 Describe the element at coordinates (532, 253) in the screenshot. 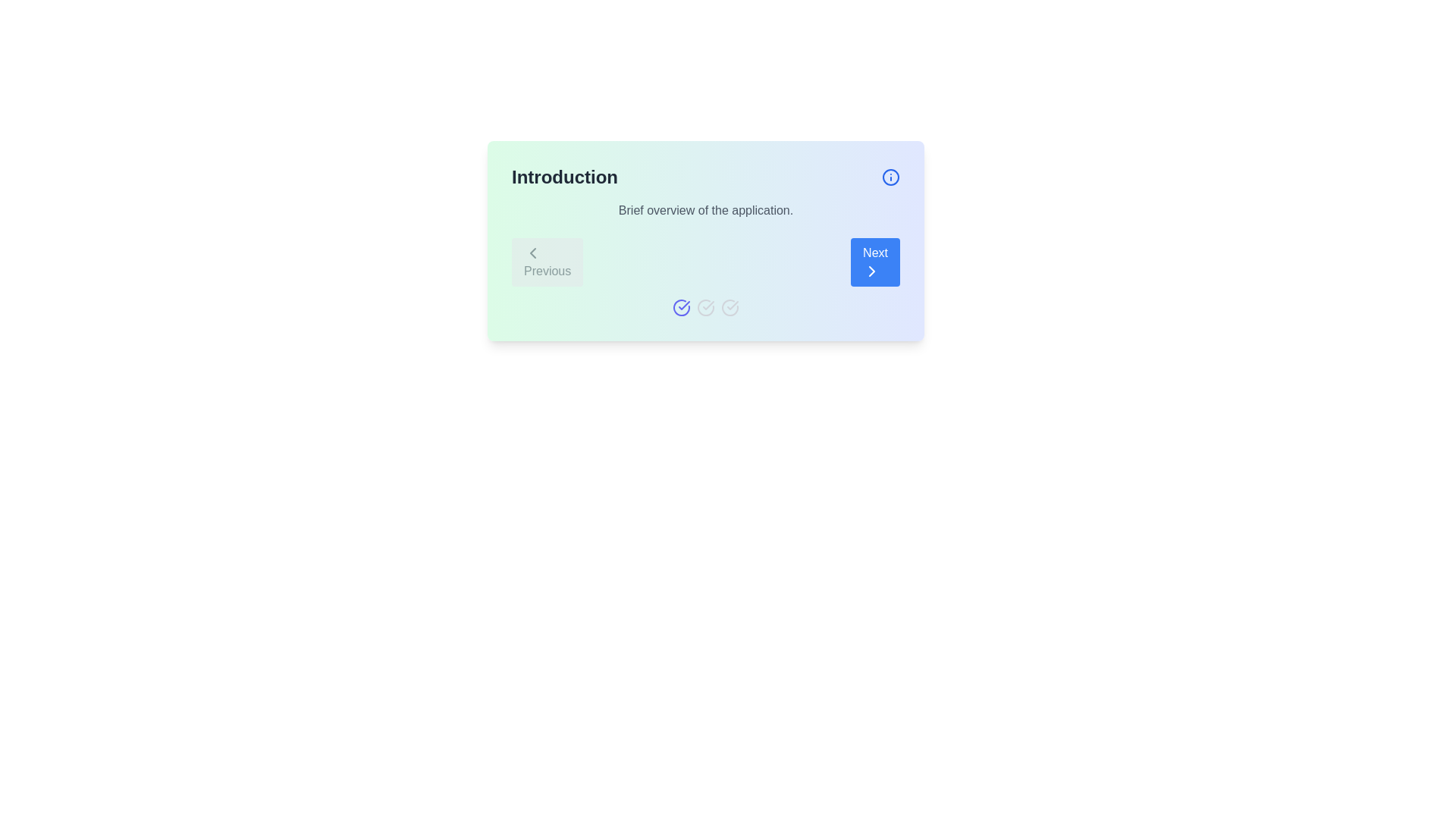

I see `the left chevron icon contained within the 'Previous' button, which allows users to navigate to the preceding step in the 'Introduction' section` at that location.